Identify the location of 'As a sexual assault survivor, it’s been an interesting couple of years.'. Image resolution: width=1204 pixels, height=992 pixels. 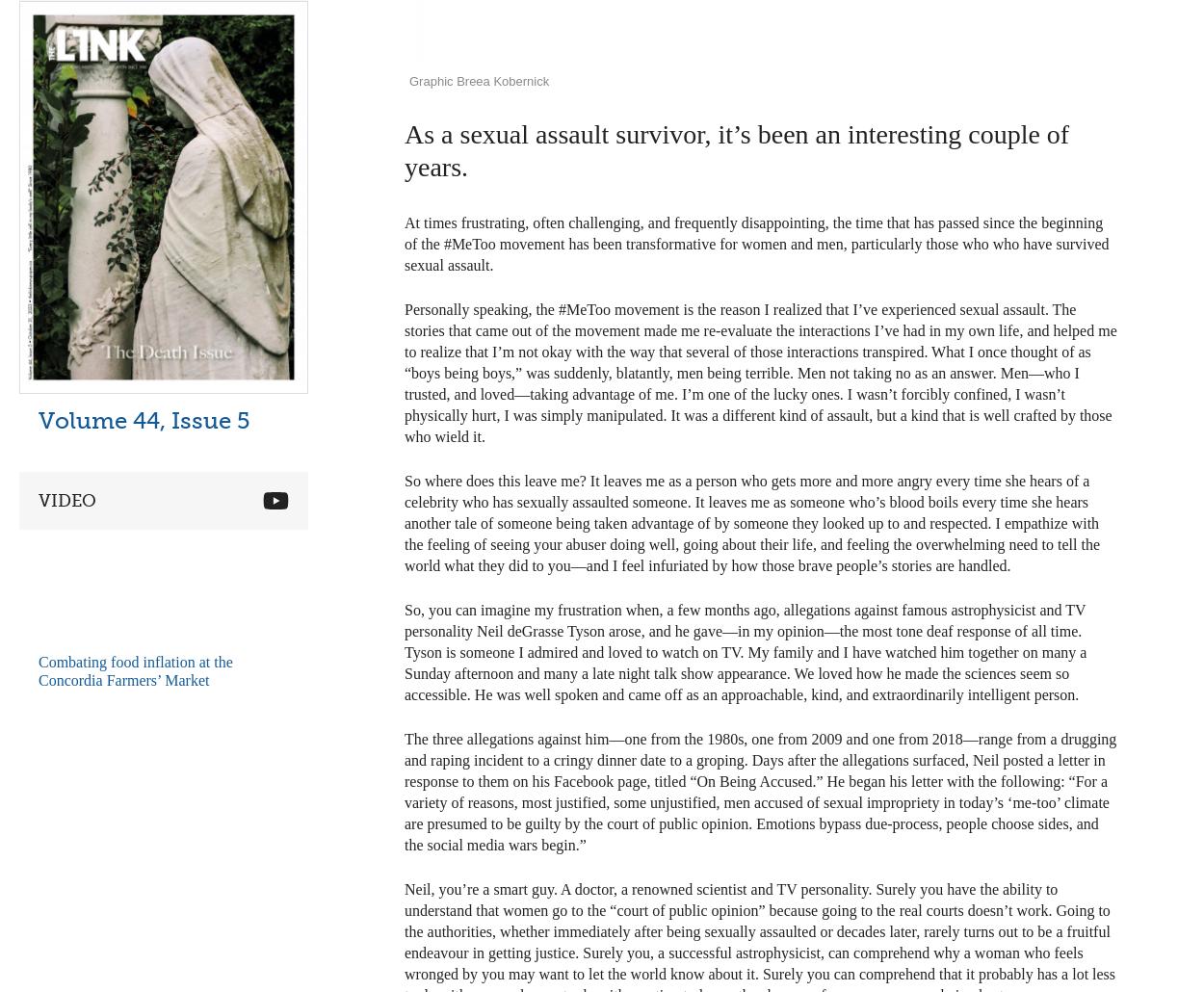
(737, 148).